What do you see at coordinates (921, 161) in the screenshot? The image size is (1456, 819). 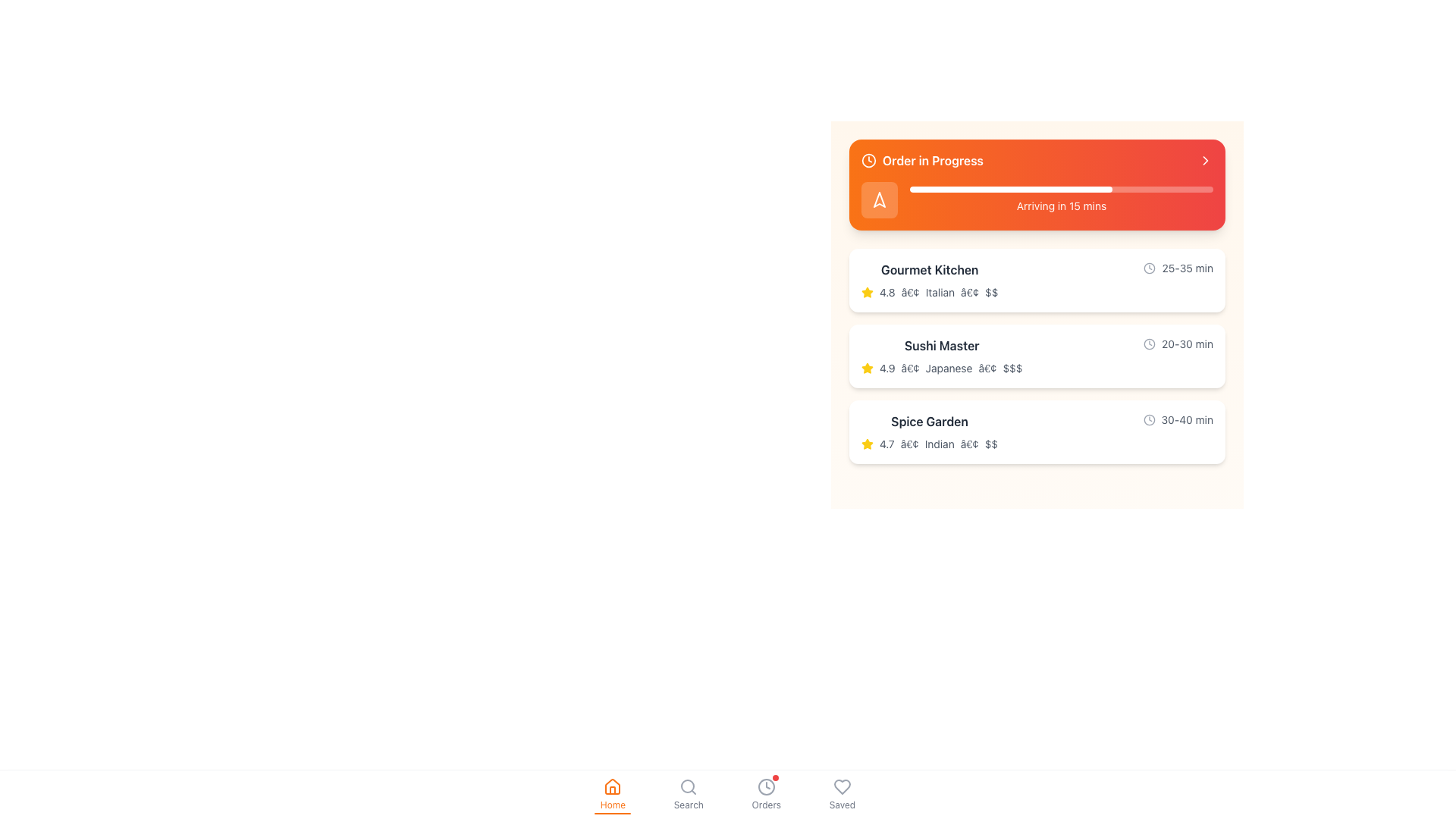 I see `status indicator text located at the top-left of the orange gradient interface section, which informs the user about the current order progress` at bounding box center [921, 161].